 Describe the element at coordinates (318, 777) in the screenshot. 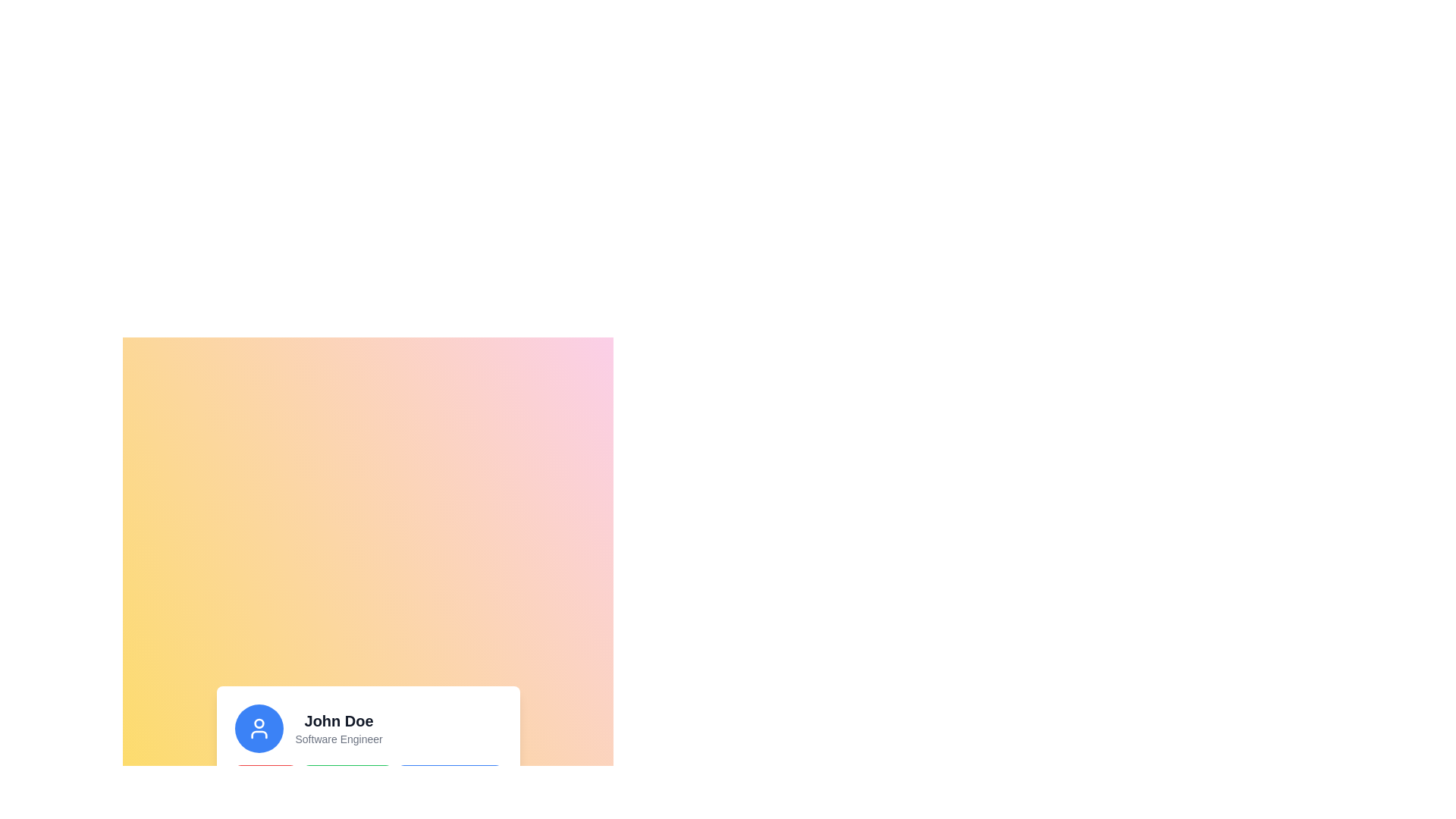

I see `the speech bubble icon located to the left of the 'Message' text within the green button labeled 'MessageConnect with John Doe via personal message.'` at that location.